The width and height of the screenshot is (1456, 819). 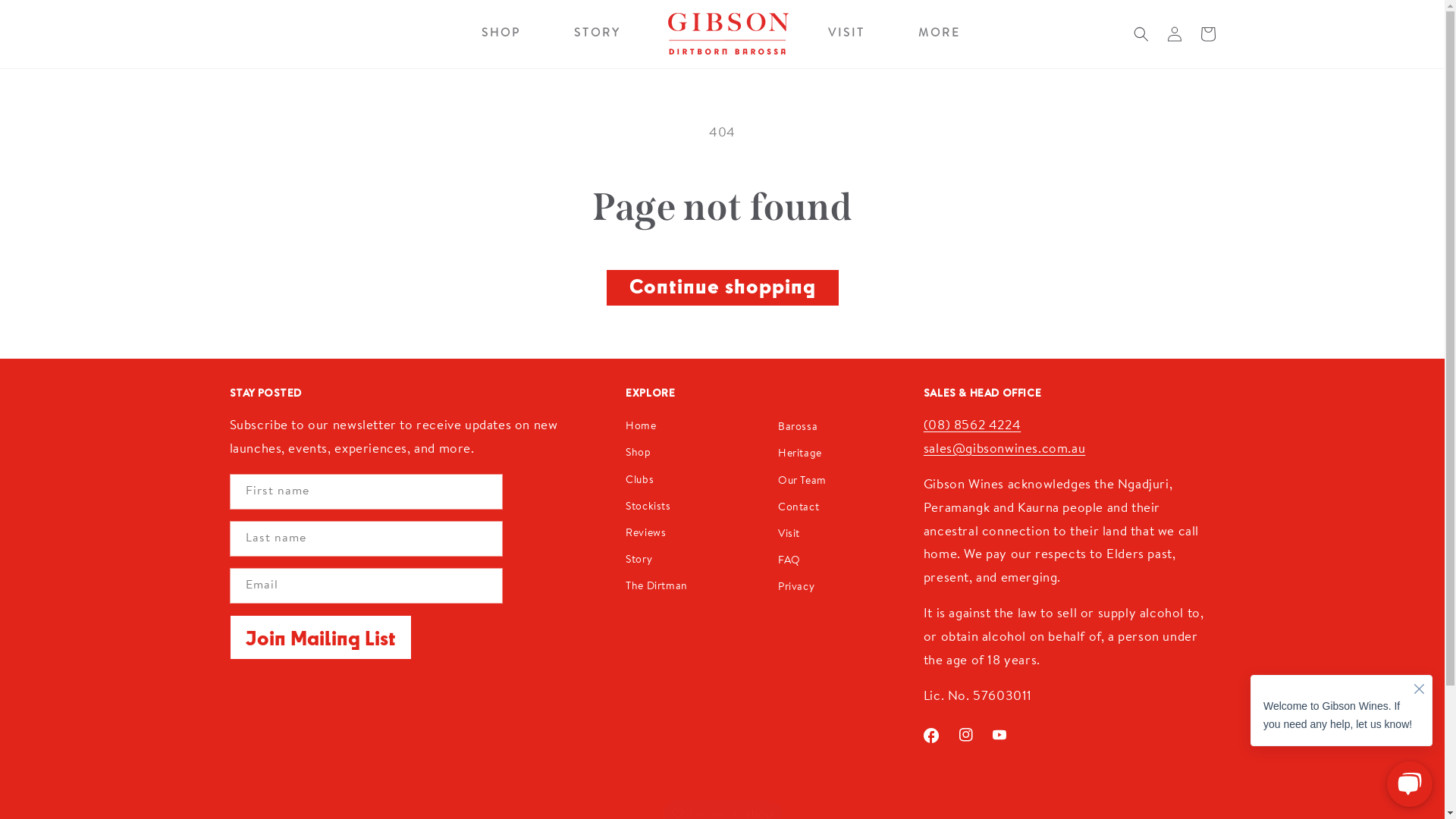 What do you see at coordinates (501, 34) in the screenshot?
I see `'SHOP'` at bounding box center [501, 34].